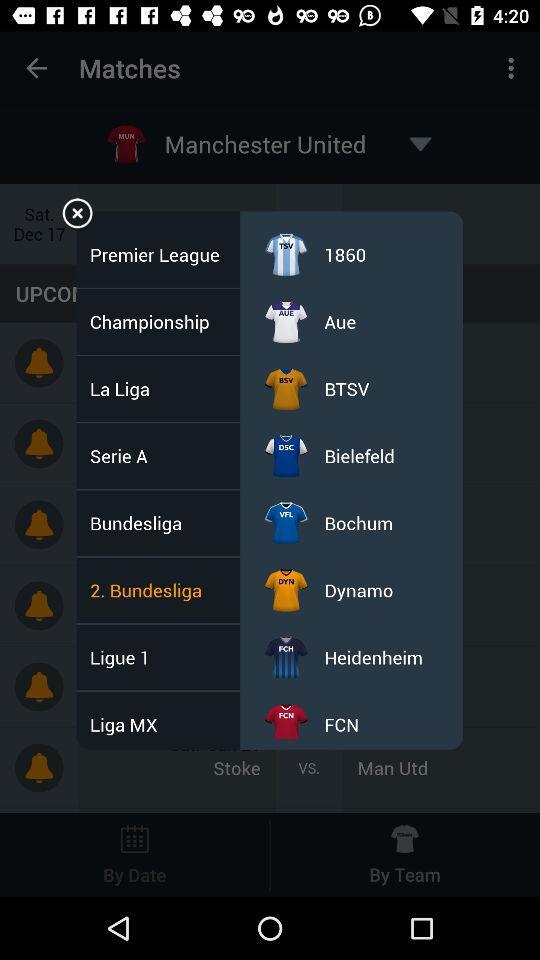 This screenshot has height=960, width=540. Describe the element at coordinates (151, 590) in the screenshot. I see `the 2. bundesliga` at that location.